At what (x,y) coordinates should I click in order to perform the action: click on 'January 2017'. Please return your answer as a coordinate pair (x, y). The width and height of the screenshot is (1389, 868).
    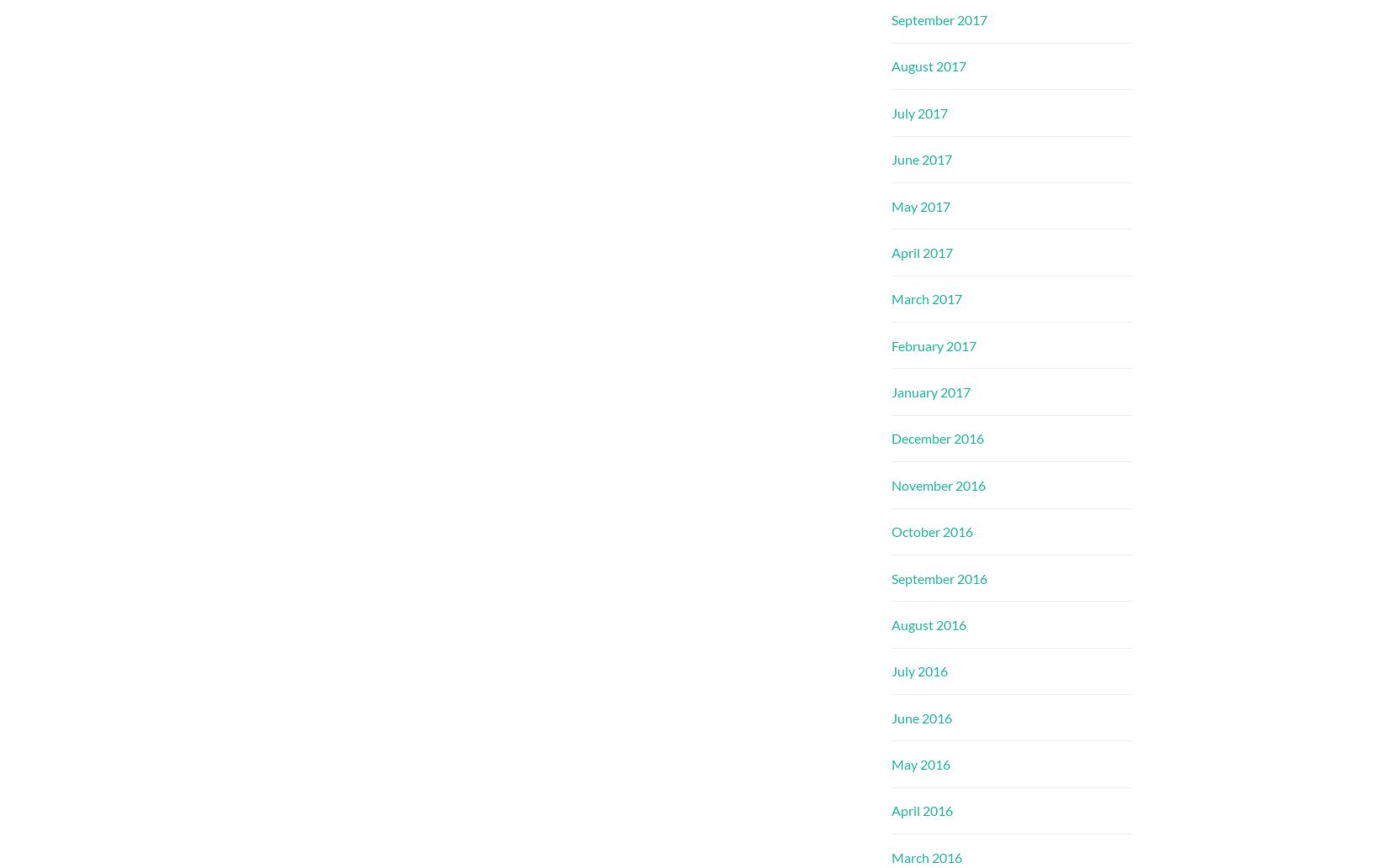
    Looking at the image, I should click on (930, 392).